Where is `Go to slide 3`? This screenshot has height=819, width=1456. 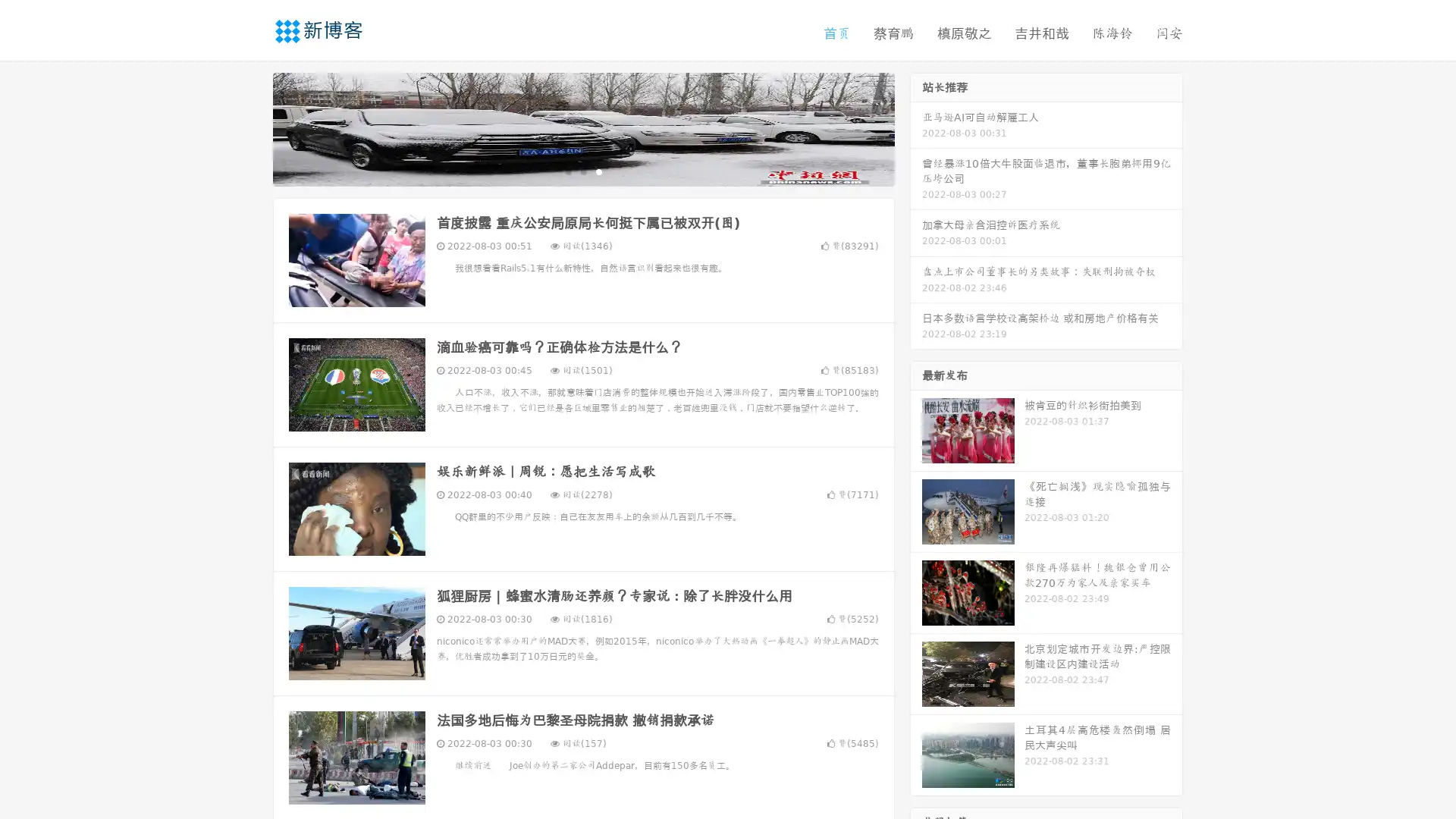
Go to slide 3 is located at coordinates (598, 171).